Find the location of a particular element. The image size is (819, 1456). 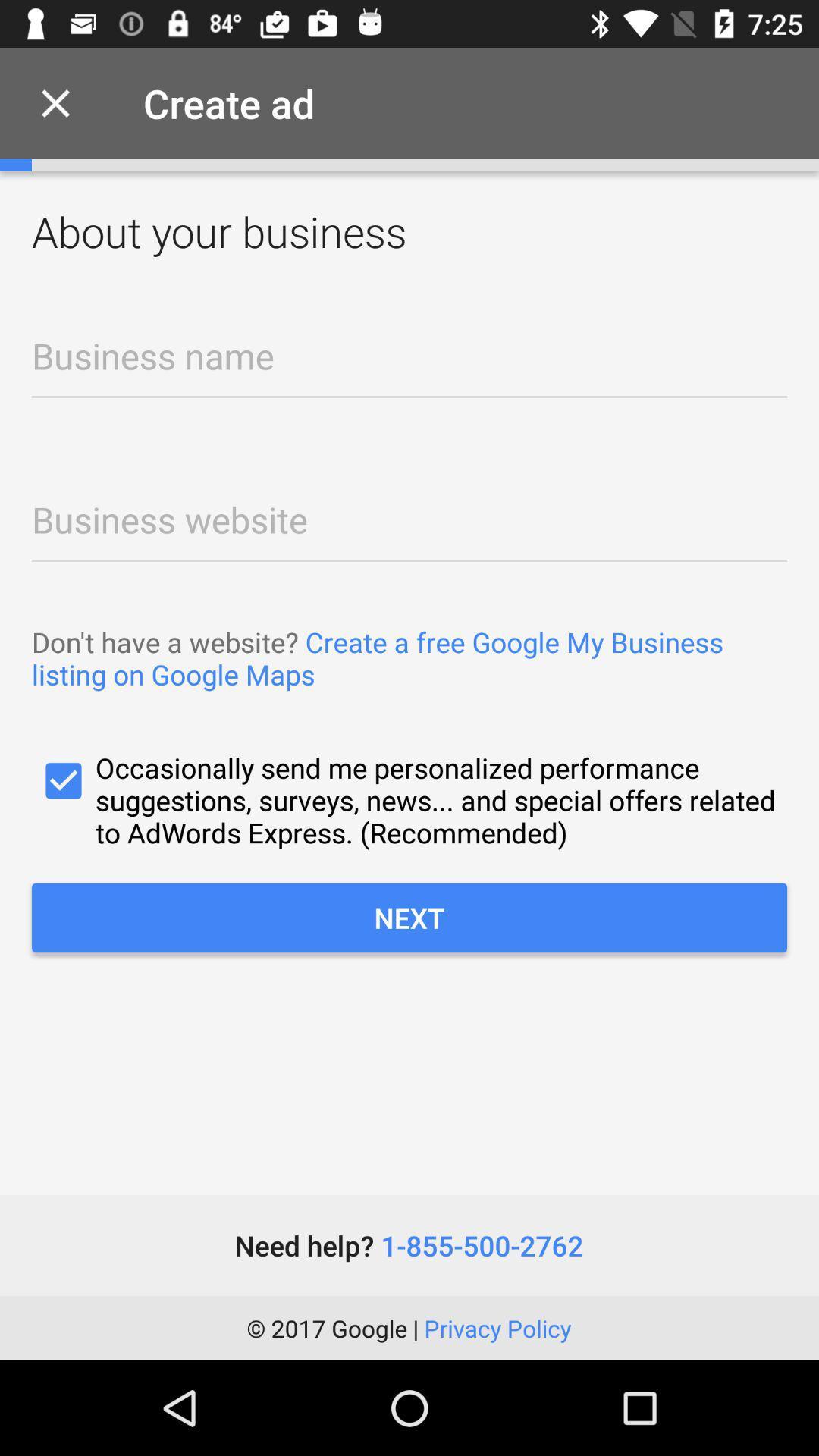

the 2017 google privacy is located at coordinates (408, 1327).